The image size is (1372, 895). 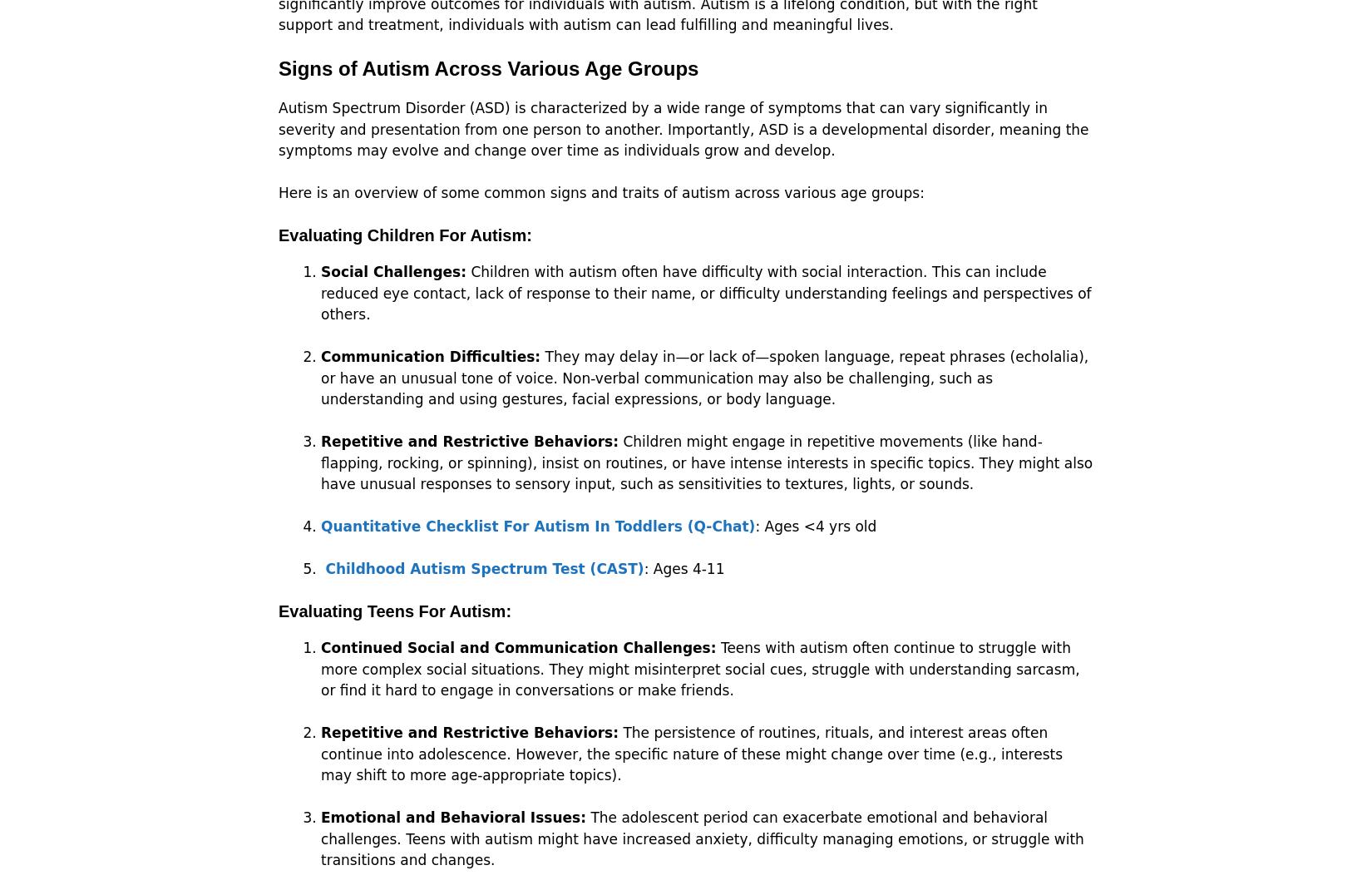 What do you see at coordinates (691, 753) in the screenshot?
I see `'The persistence of routines, rituals, and interest areas often continue into adolescence. However, the specific nature of these might change over time (e.g., interests may shift to more age-appropriate topics).'` at bounding box center [691, 753].